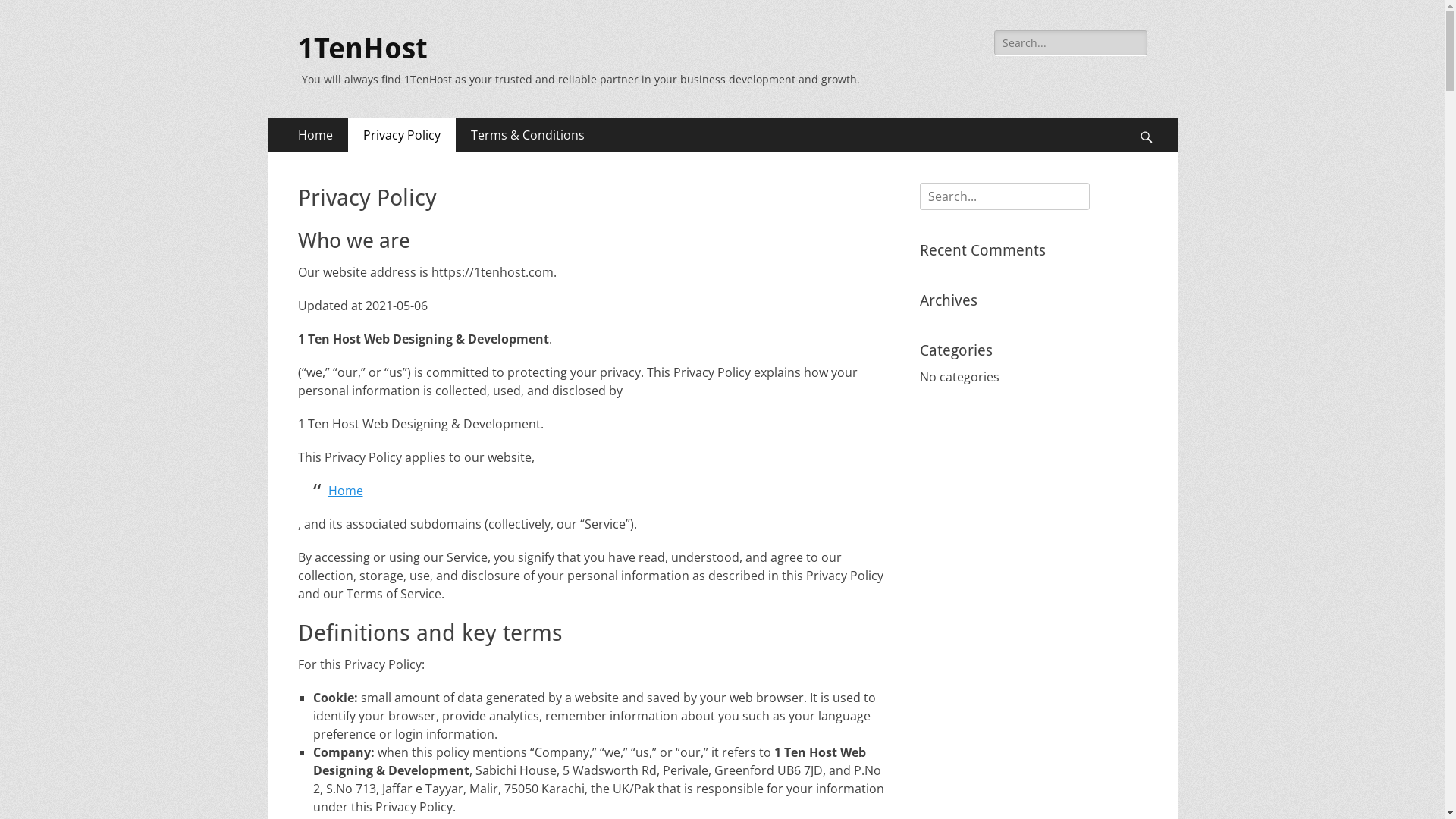  I want to click on 'Search', so click(1153, 116).